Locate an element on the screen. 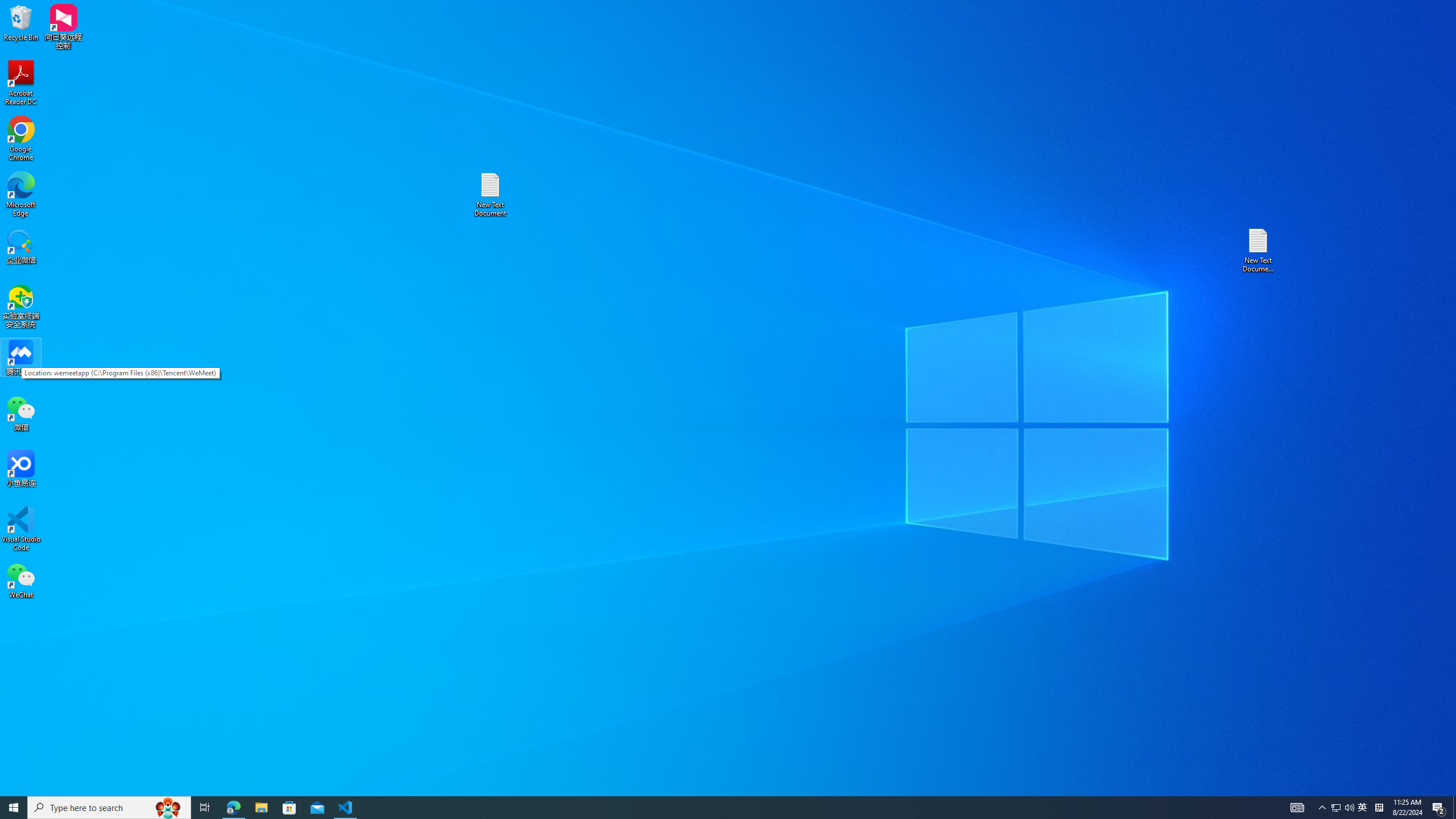 Image resolution: width=1456 pixels, height=819 pixels. 'Task View' is located at coordinates (204, 806).